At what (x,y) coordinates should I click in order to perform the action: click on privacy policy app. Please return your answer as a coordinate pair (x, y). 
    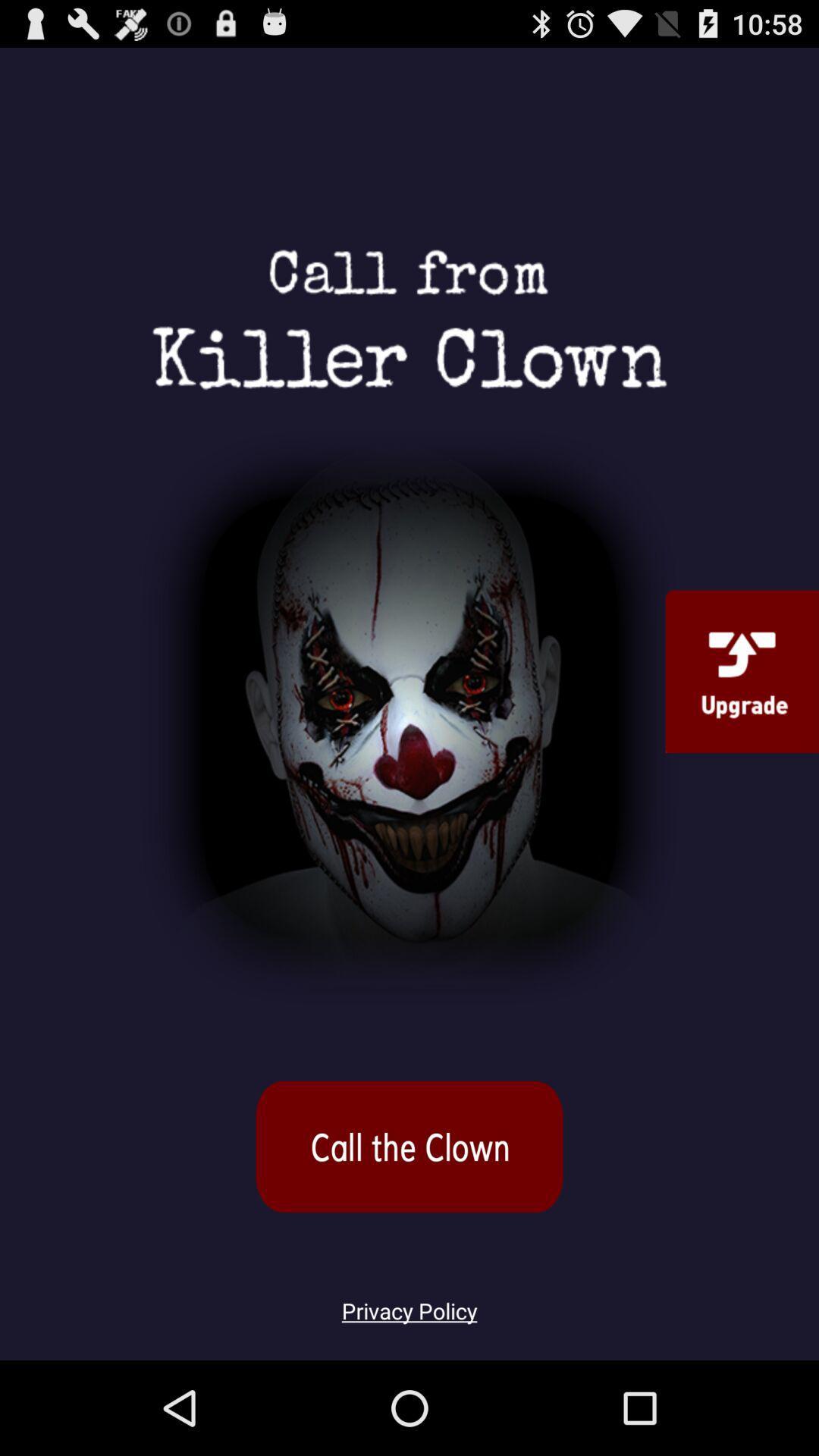
    Looking at the image, I should click on (409, 1301).